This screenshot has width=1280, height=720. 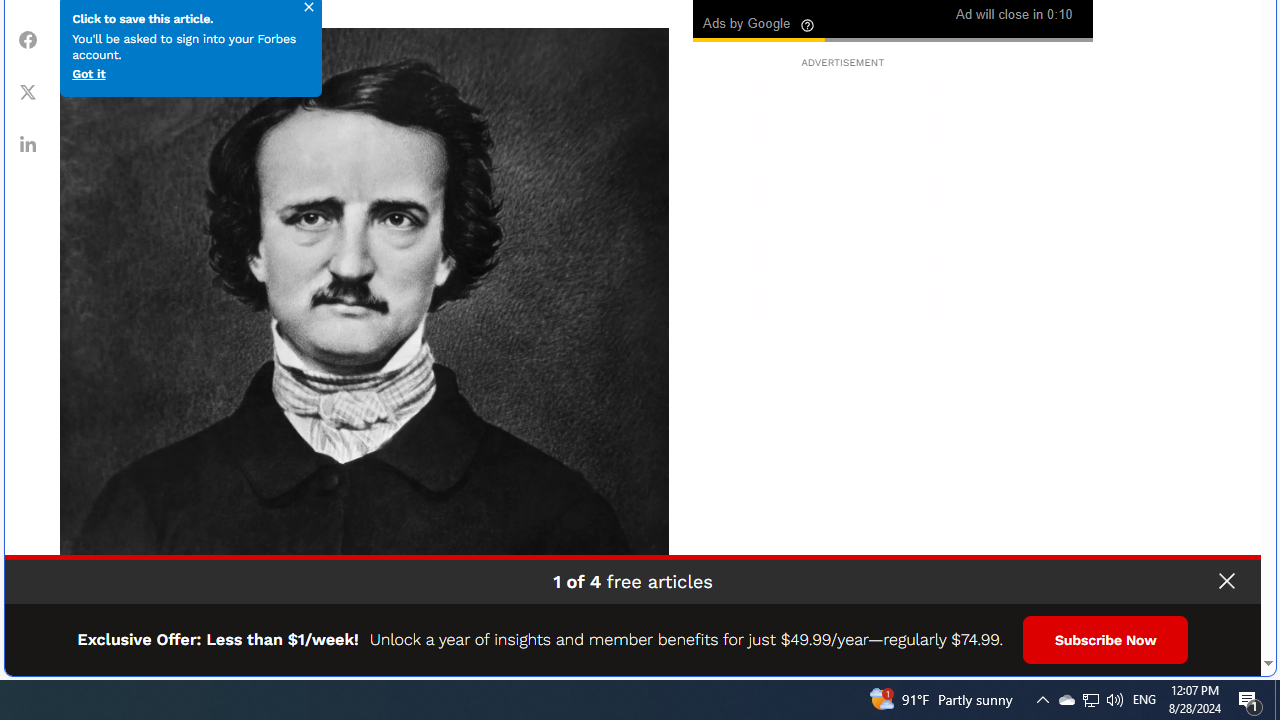 What do you see at coordinates (28, 142) in the screenshot?
I see `'Share Linkedin'` at bounding box center [28, 142].